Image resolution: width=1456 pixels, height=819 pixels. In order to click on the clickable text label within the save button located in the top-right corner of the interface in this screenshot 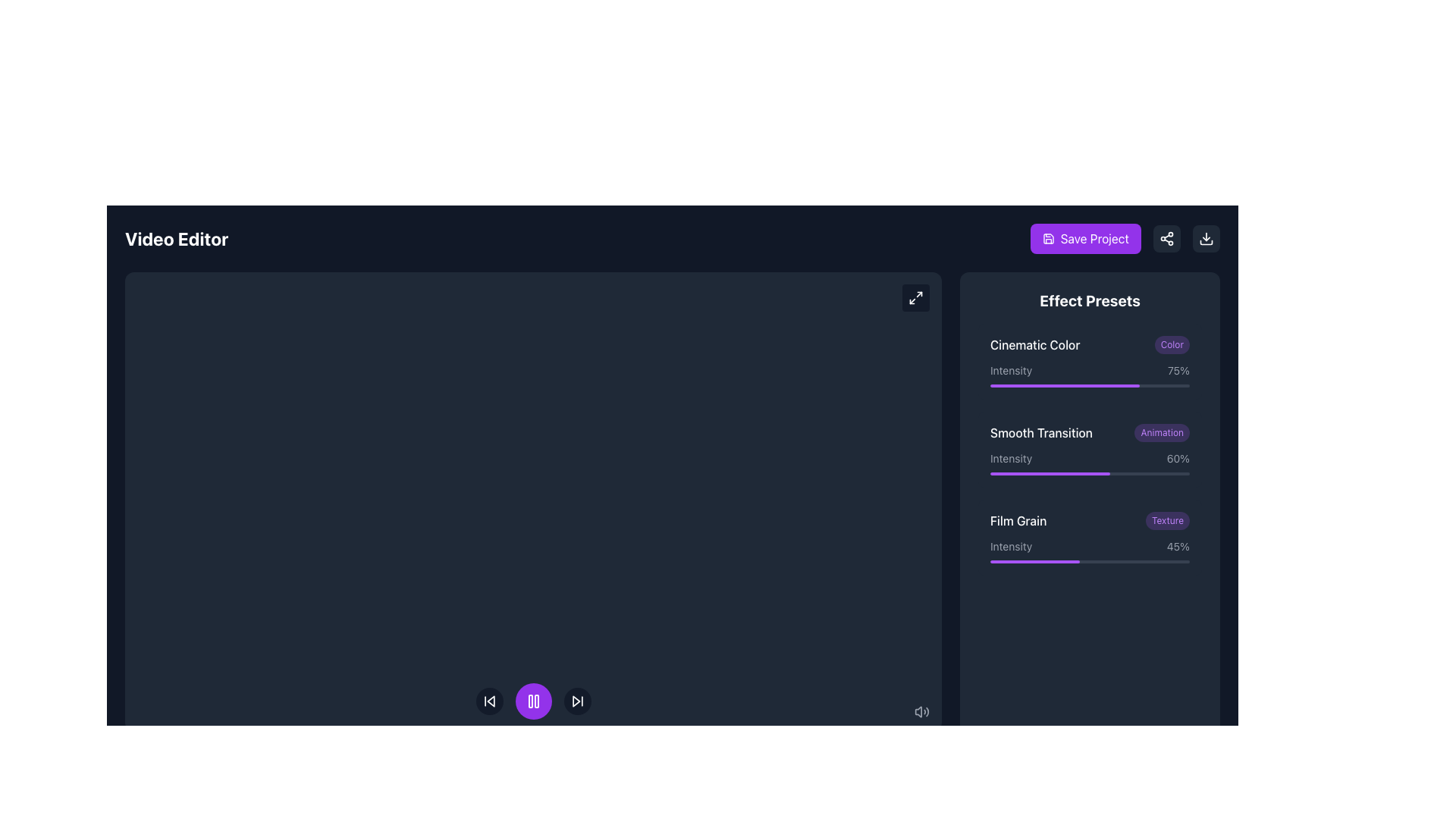, I will do `click(1094, 239)`.